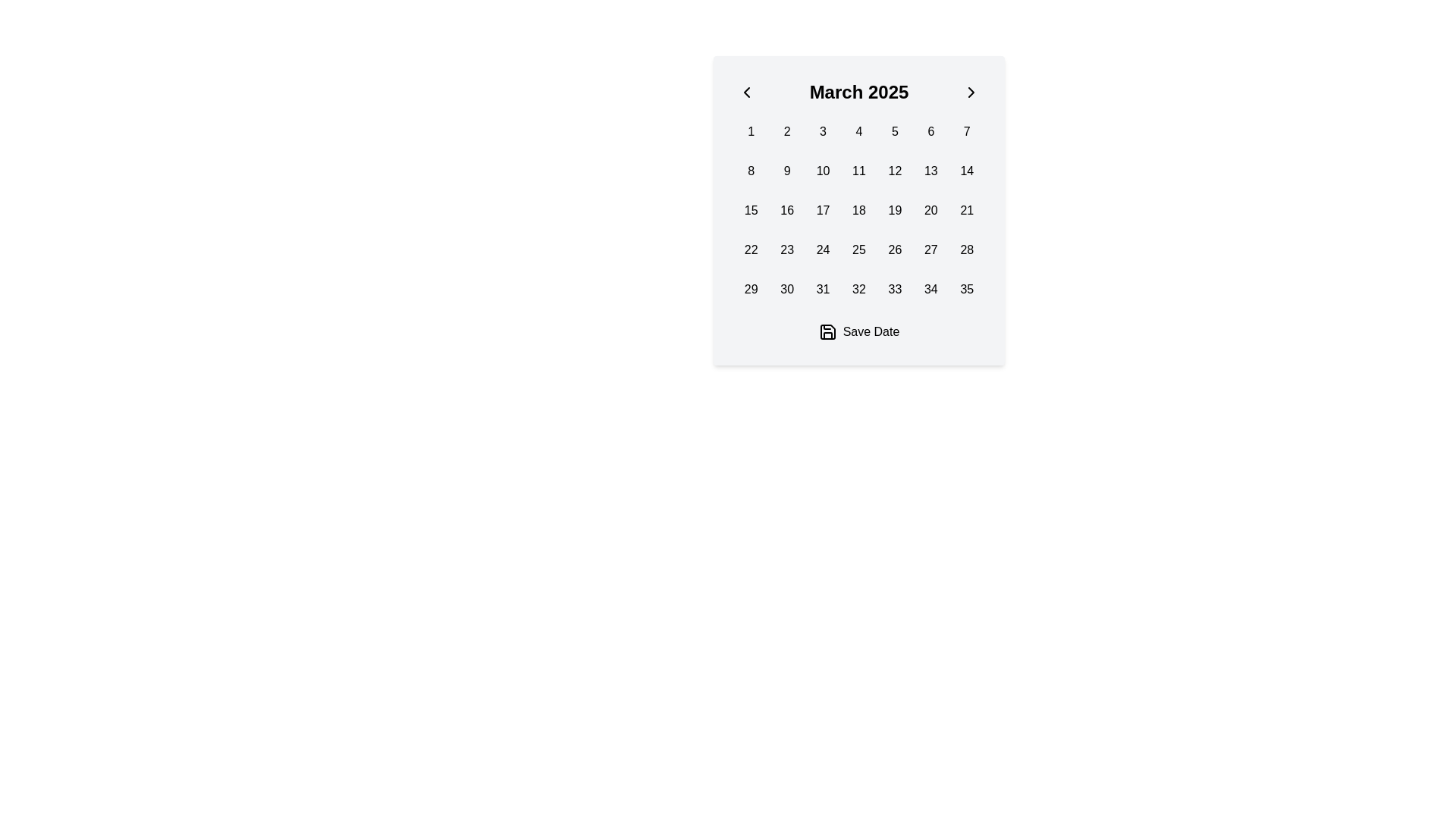 The width and height of the screenshot is (1456, 819). What do you see at coordinates (971, 93) in the screenshot?
I see `the navigation button located to the right of the text 'March 2025' in the calendar header` at bounding box center [971, 93].